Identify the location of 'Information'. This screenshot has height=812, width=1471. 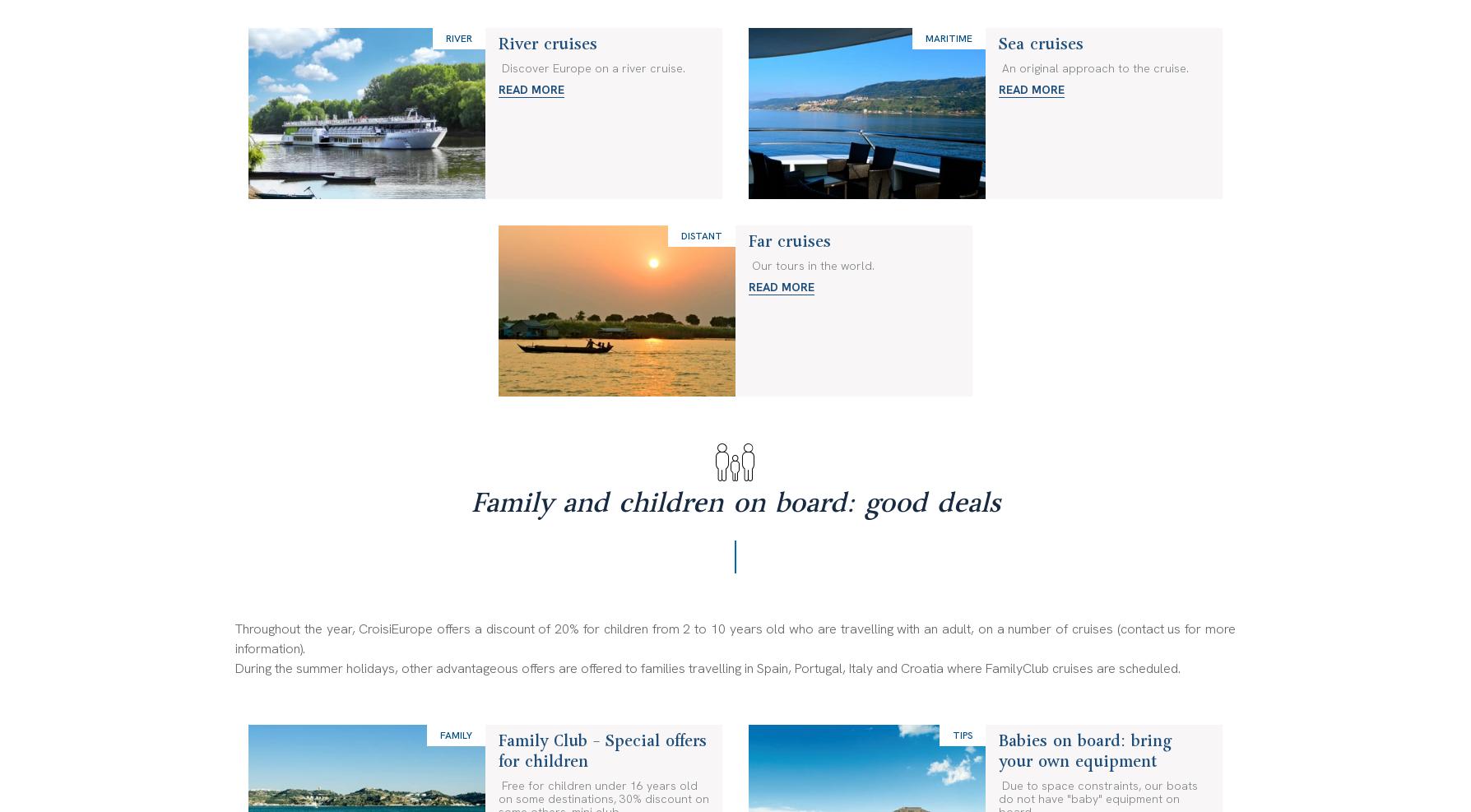
(537, 12).